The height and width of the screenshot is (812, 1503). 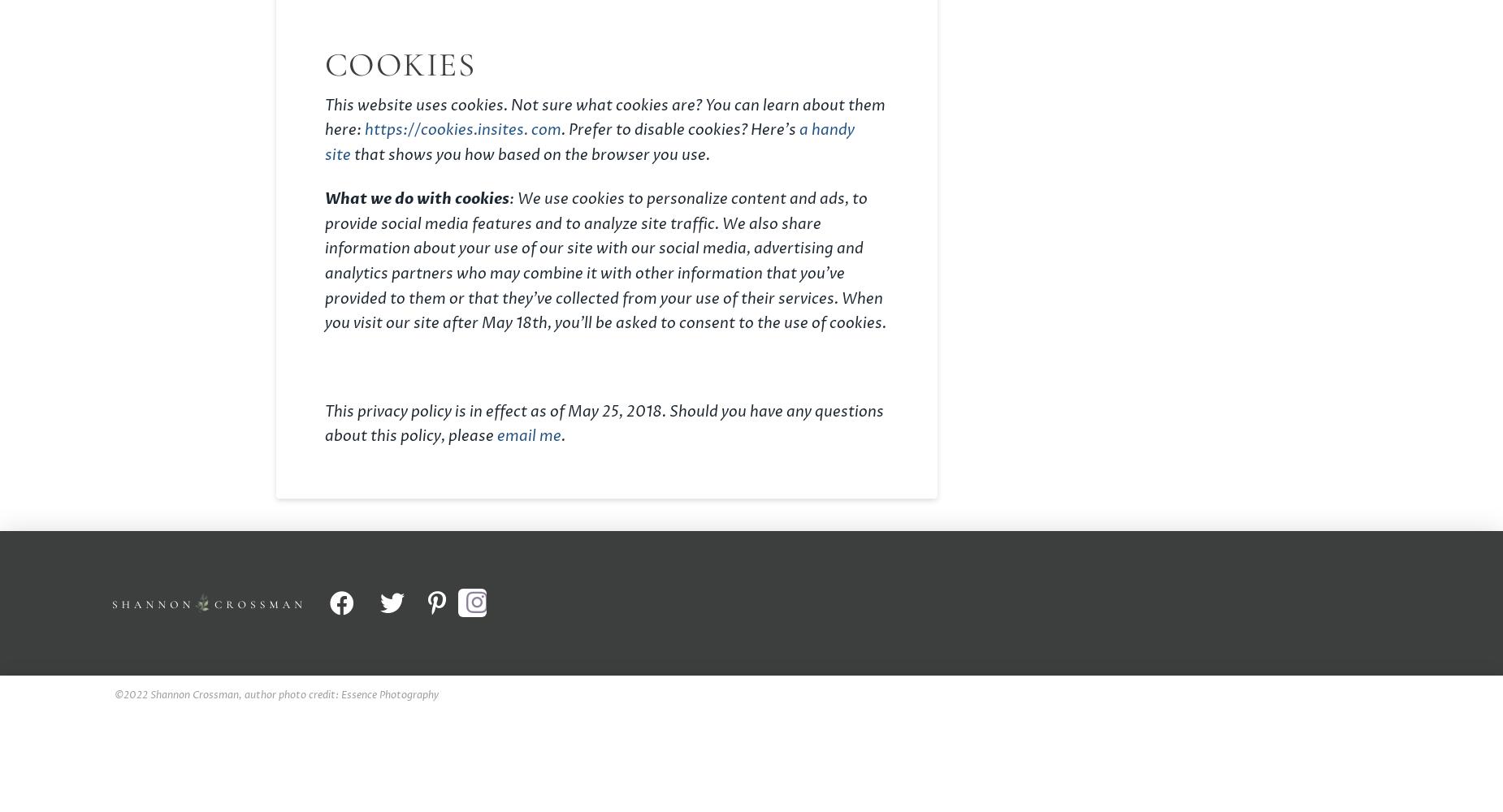 What do you see at coordinates (604, 118) in the screenshot?
I see `'This website uses cookies. Not sure what cookies are? You can learn about them here:'` at bounding box center [604, 118].